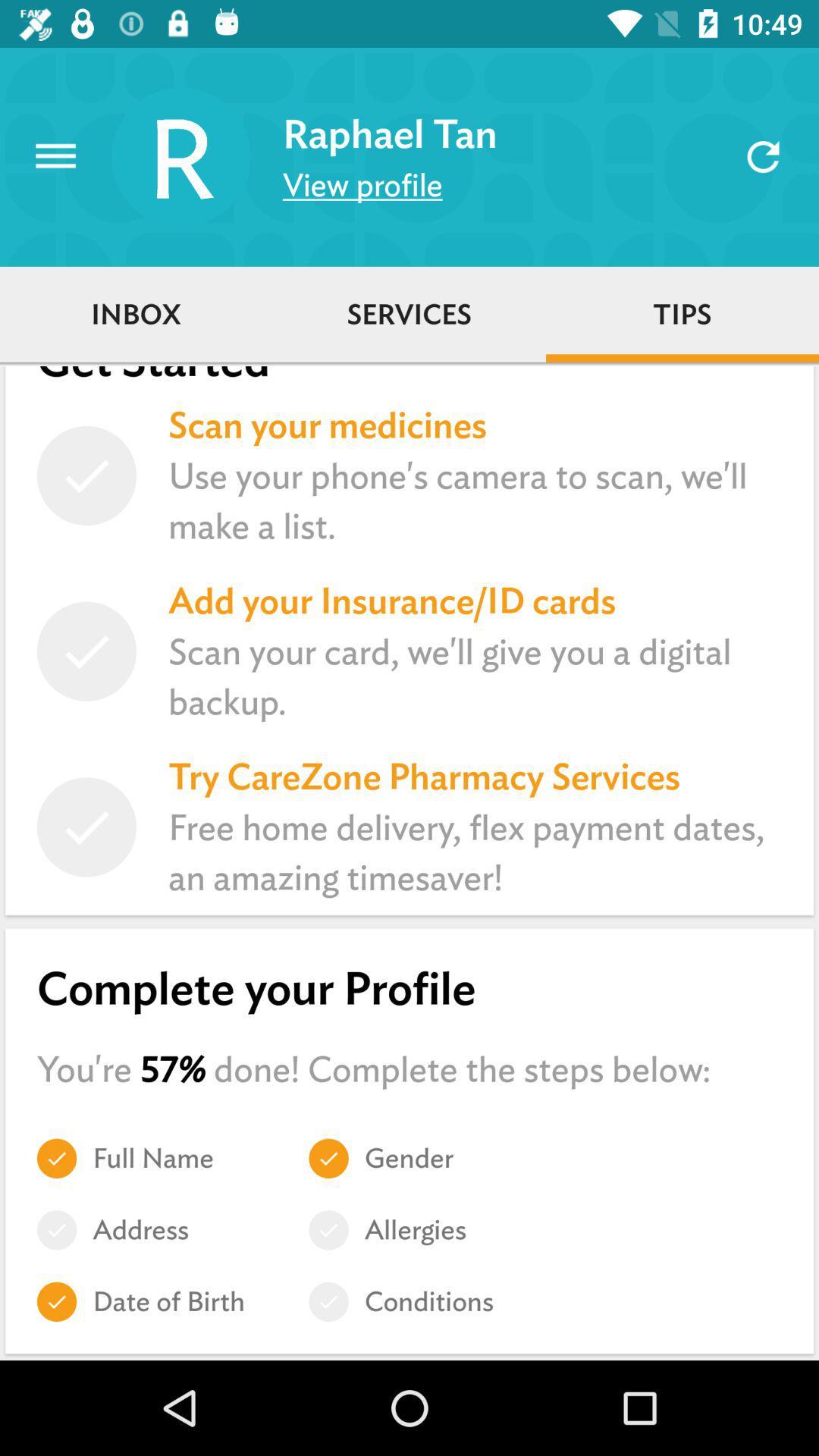 Image resolution: width=819 pixels, height=1456 pixels. Describe the element at coordinates (763, 156) in the screenshot. I see `the refresh icon` at that location.